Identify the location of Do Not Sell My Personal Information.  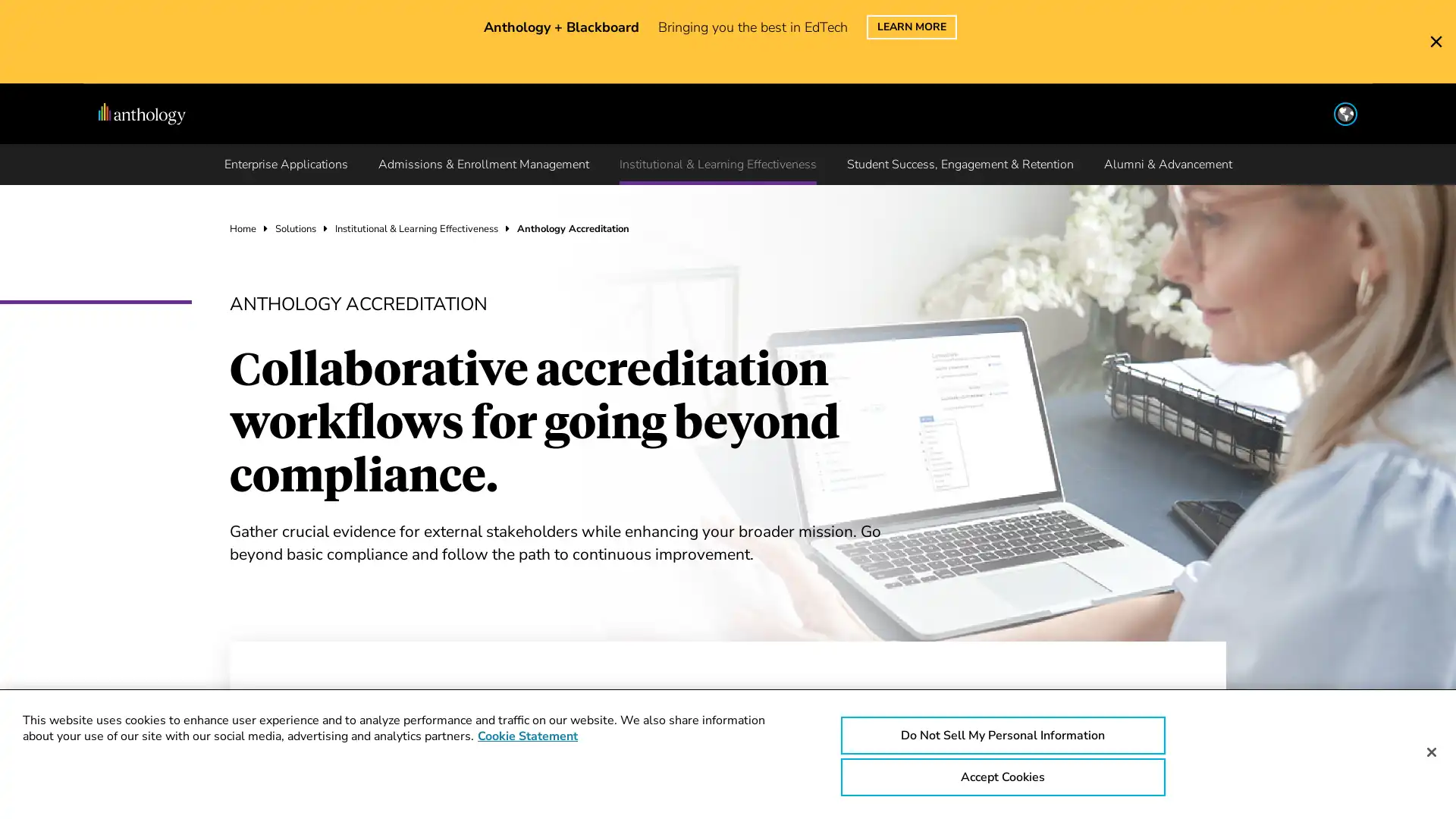
(1002, 734).